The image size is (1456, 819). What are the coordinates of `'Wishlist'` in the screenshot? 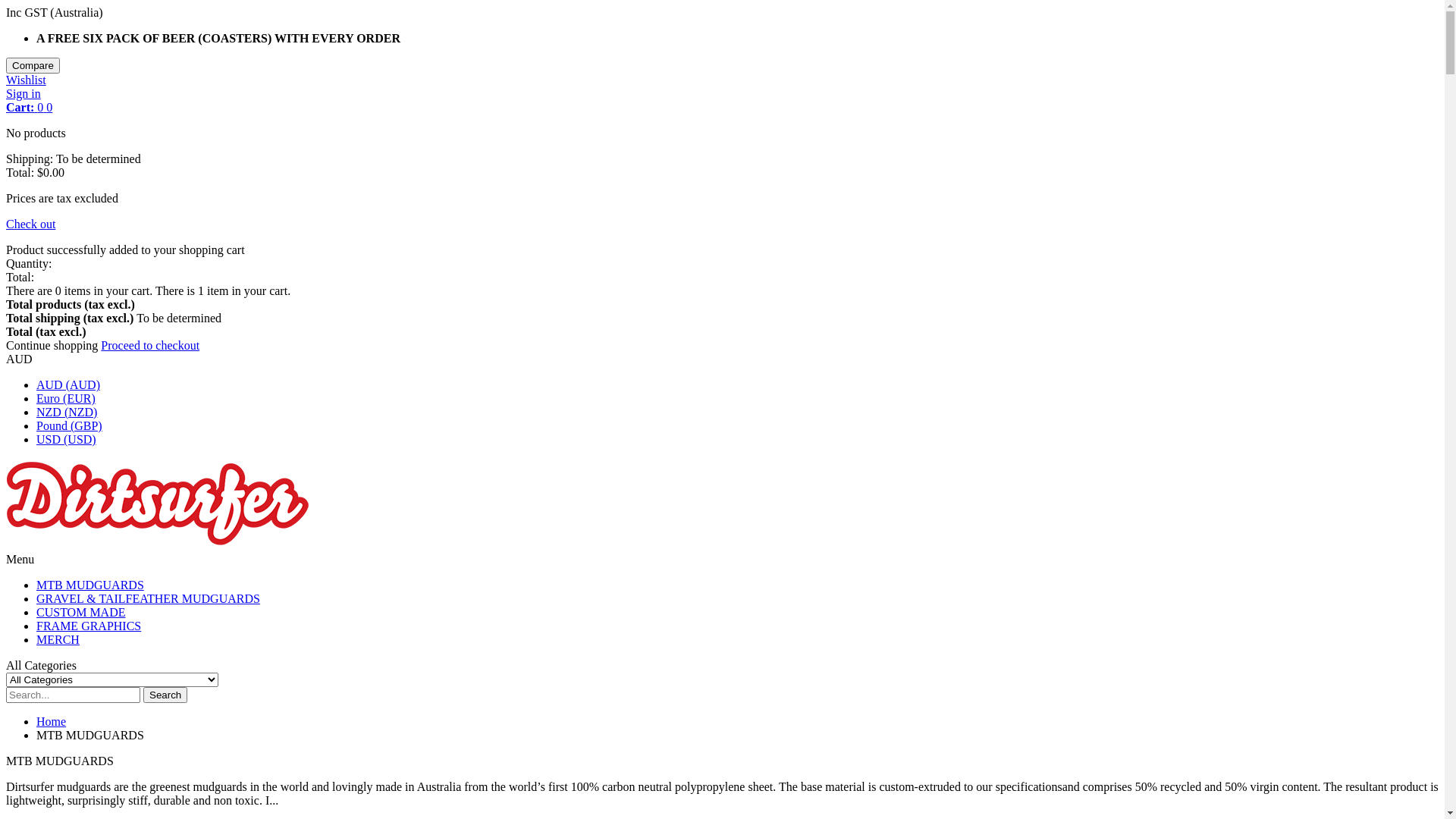 It's located at (6, 80).